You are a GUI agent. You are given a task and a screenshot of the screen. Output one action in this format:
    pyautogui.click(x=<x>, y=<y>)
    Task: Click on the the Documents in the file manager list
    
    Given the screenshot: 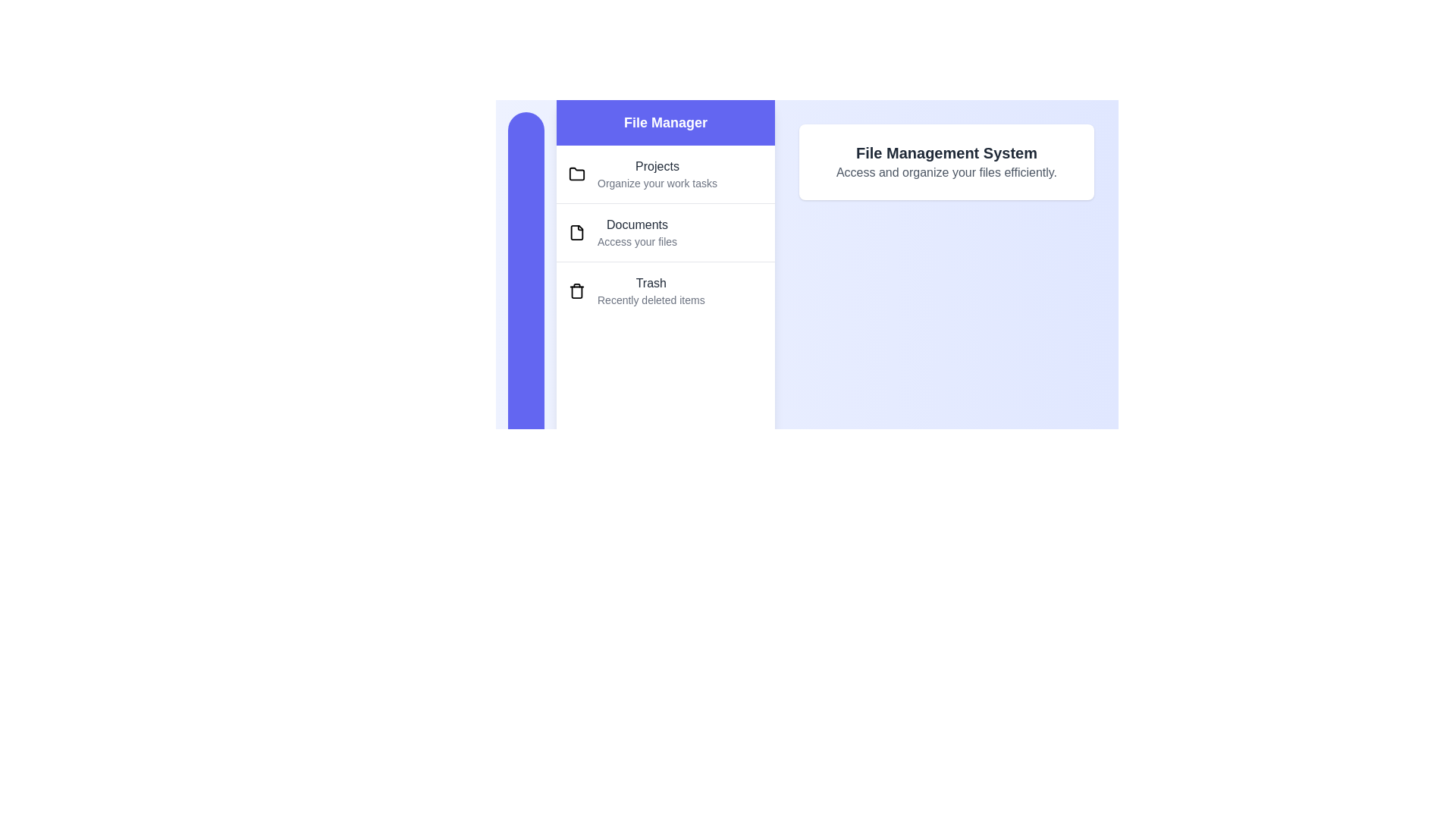 What is the action you would take?
    pyautogui.click(x=666, y=232)
    